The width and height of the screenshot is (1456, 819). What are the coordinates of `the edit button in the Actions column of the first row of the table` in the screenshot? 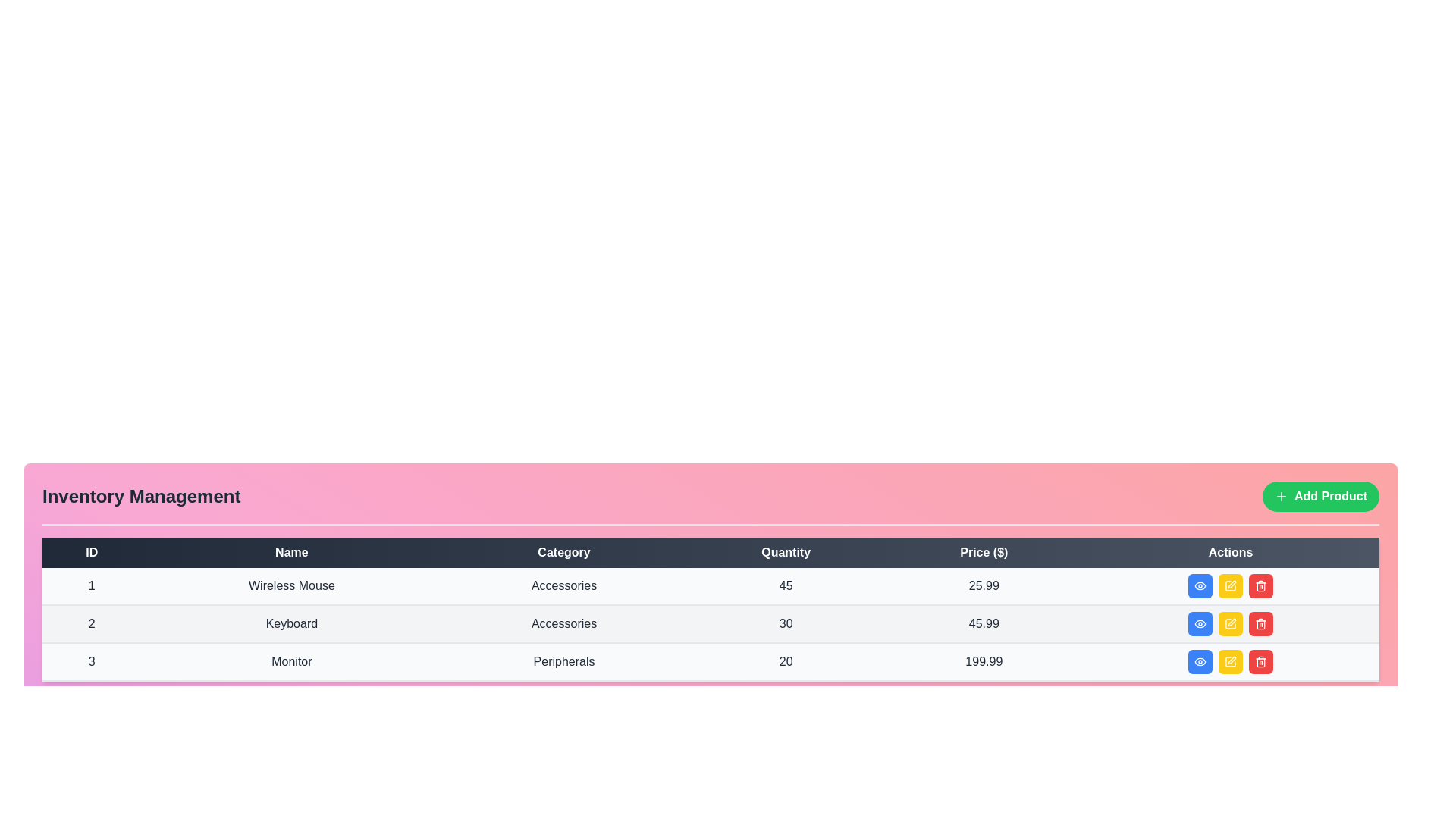 It's located at (1231, 585).